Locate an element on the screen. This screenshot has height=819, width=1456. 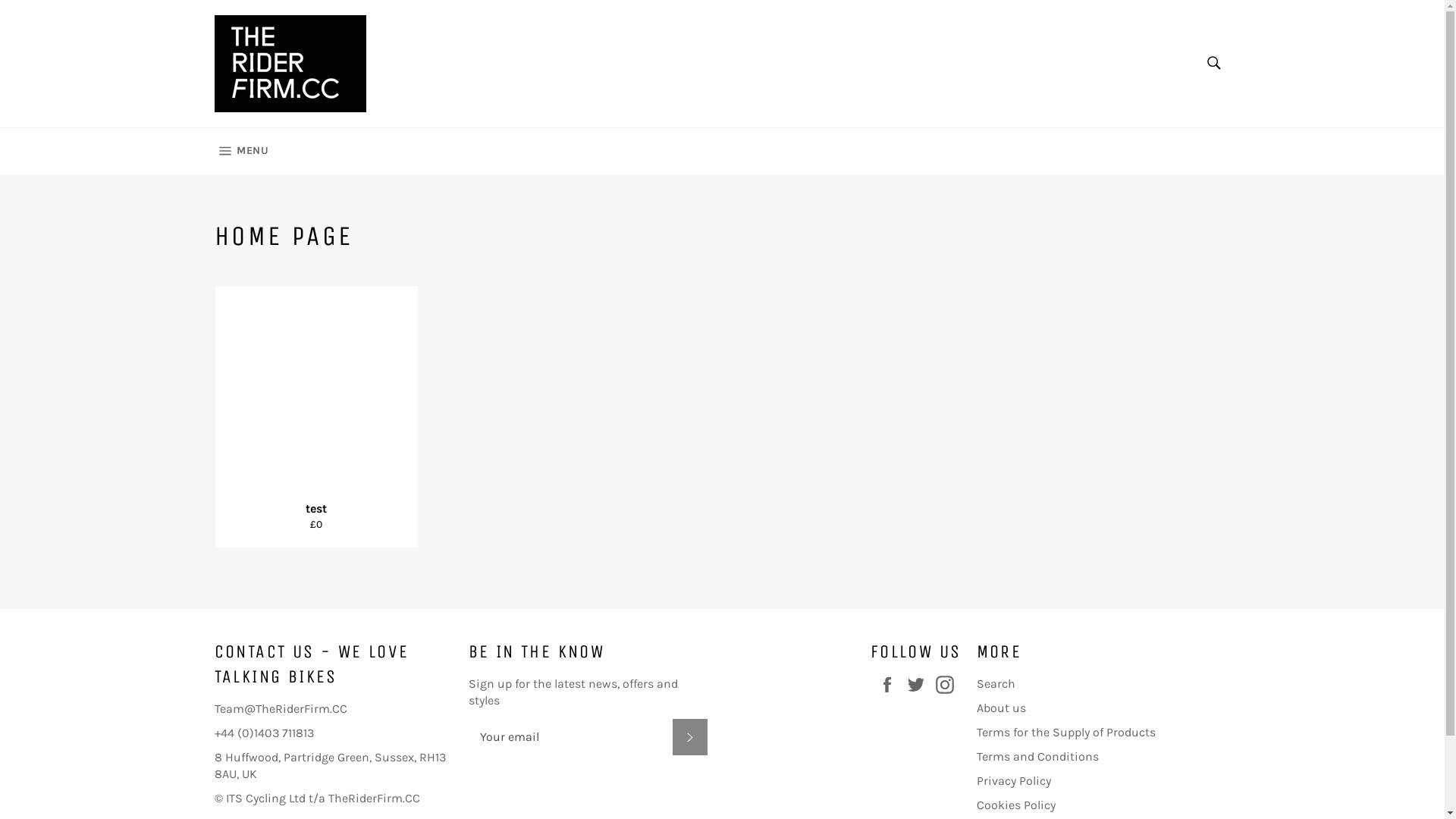
'About us' is located at coordinates (1001, 708).